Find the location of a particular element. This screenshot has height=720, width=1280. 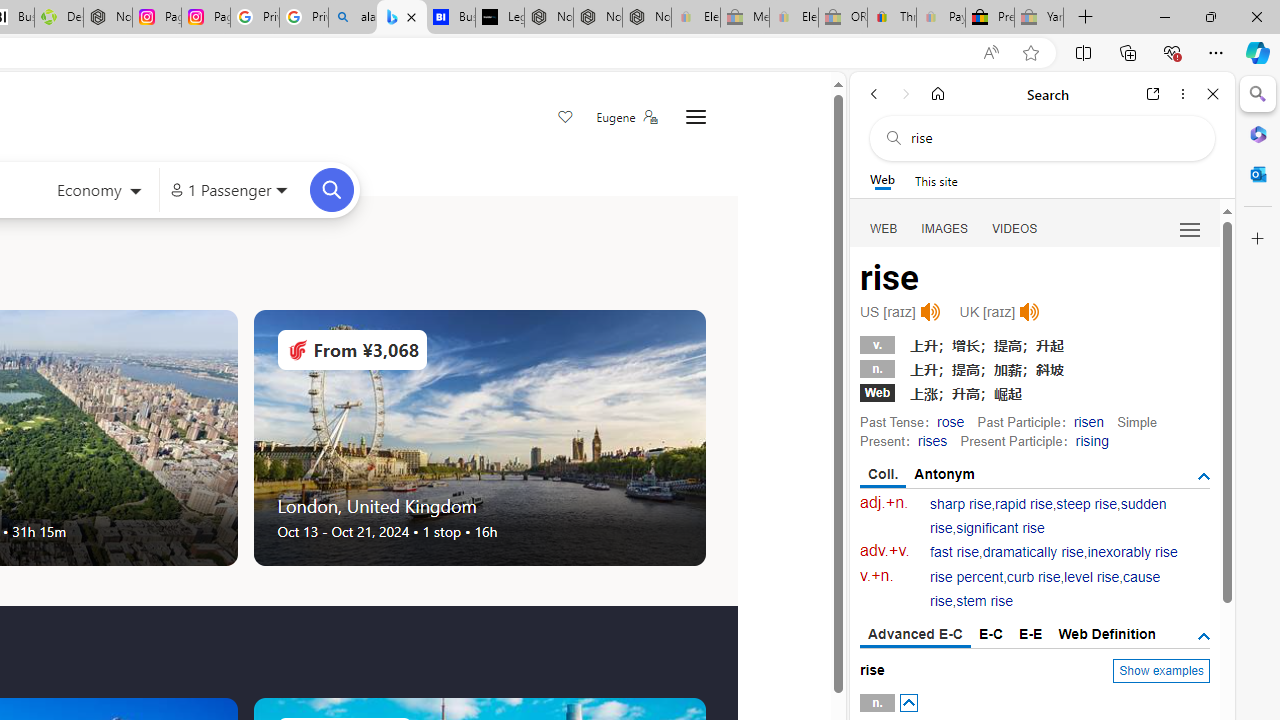

'Advanced E-C' is located at coordinates (914, 635).